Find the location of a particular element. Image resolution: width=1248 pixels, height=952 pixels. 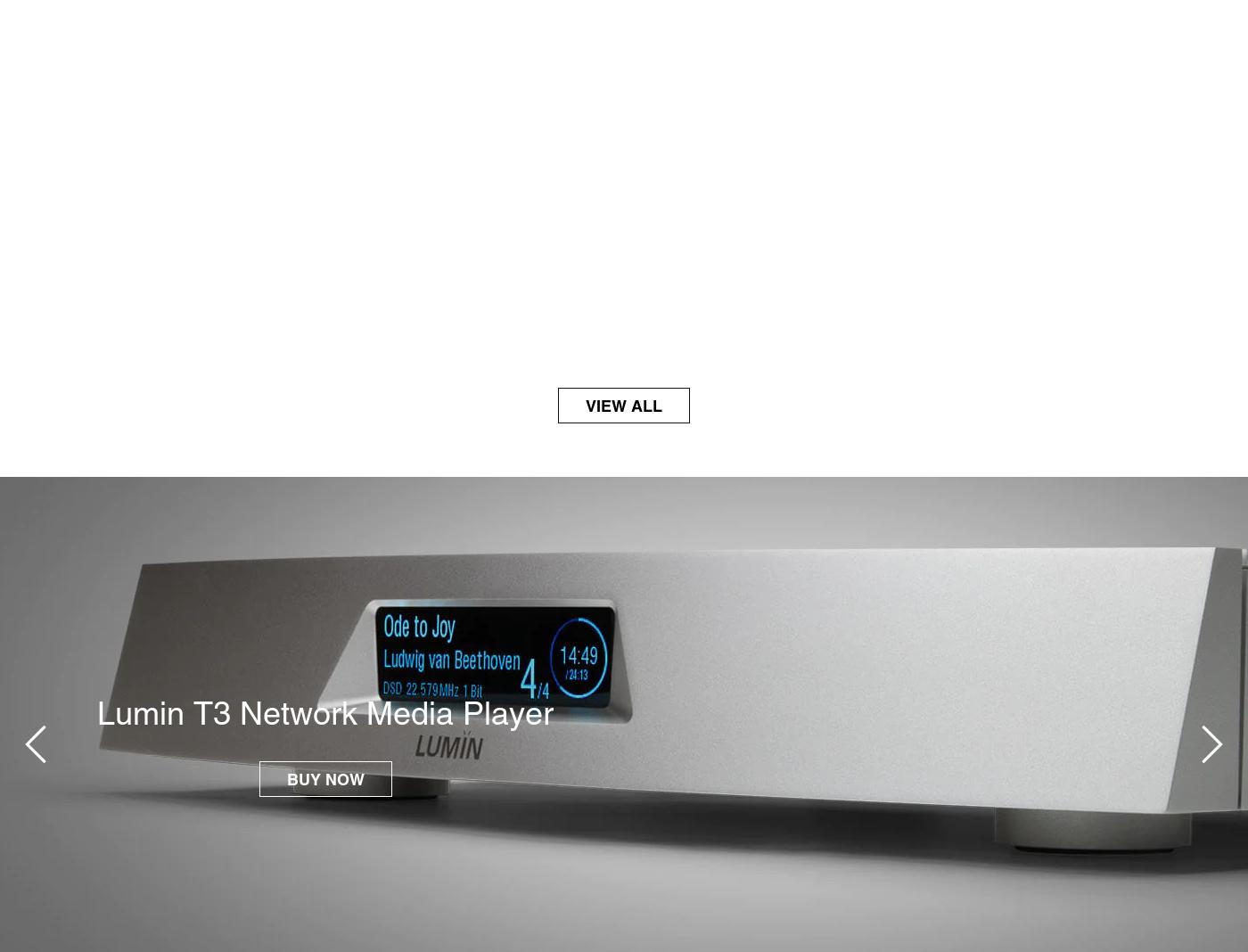

'Marantz Model 40n Integrated Amplifier w/HEOS' is located at coordinates (286, 711).